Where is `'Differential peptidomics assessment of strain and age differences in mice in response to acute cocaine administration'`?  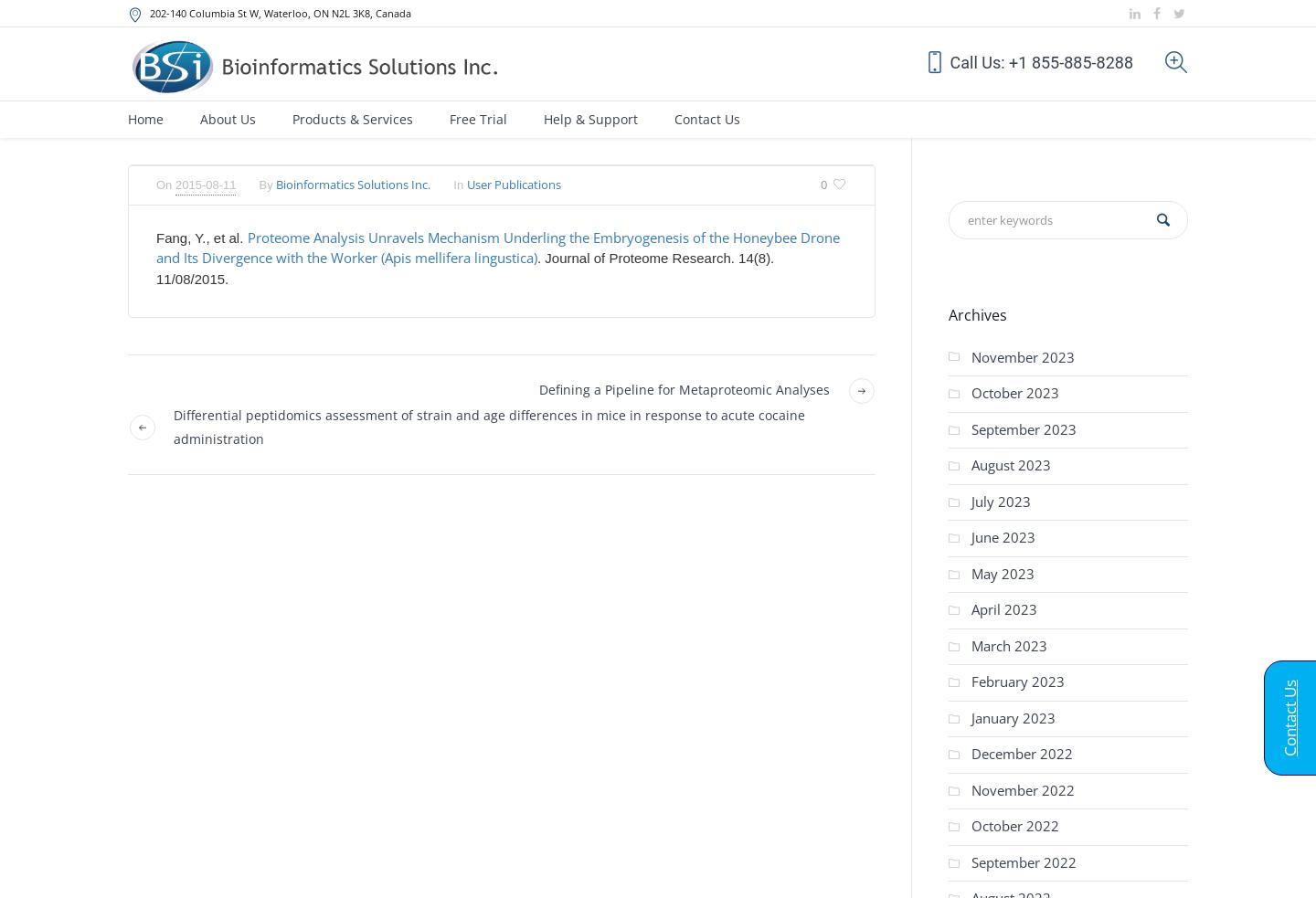
'Differential peptidomics assessment of strain and age differences in mice in response to acute cocaine administration' is located at coordinates (488, 426).